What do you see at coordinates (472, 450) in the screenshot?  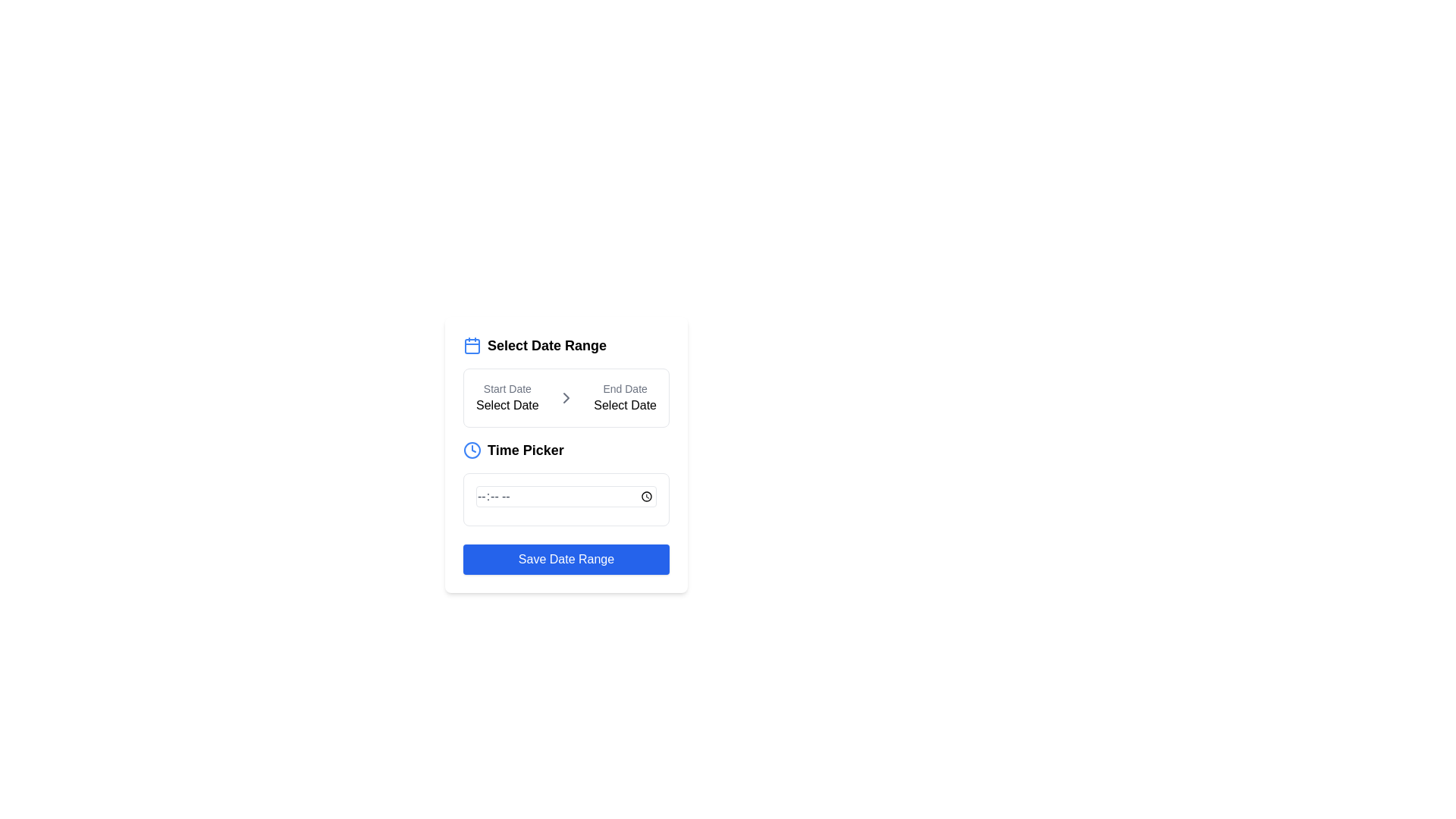 I see `the blue outlined circular SVG graphic within the clock icon, which is located before the 'Time Picker' label` at bounding box center [472, 450].